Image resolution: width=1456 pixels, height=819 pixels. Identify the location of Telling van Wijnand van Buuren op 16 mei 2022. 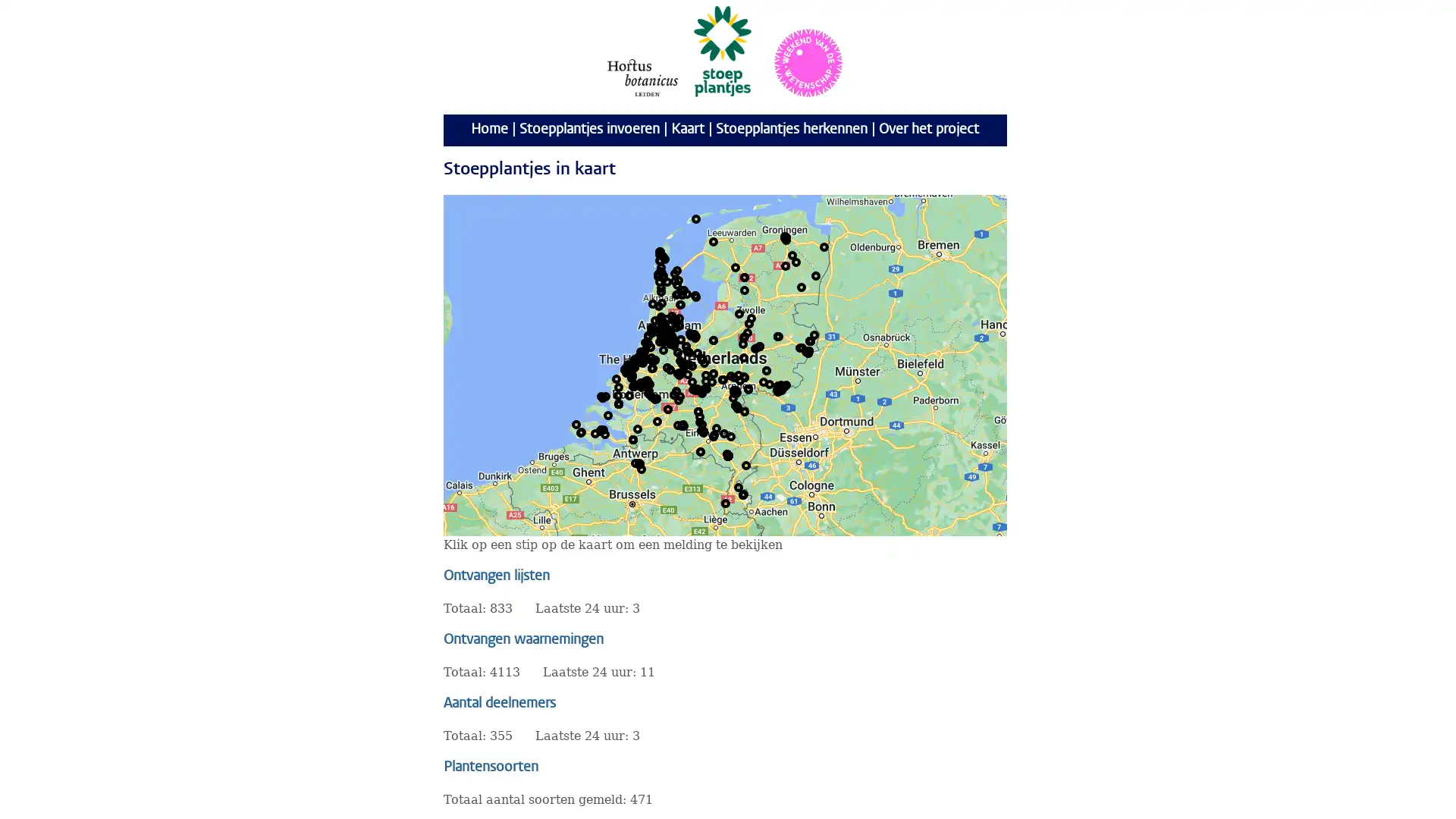
(712, 373).